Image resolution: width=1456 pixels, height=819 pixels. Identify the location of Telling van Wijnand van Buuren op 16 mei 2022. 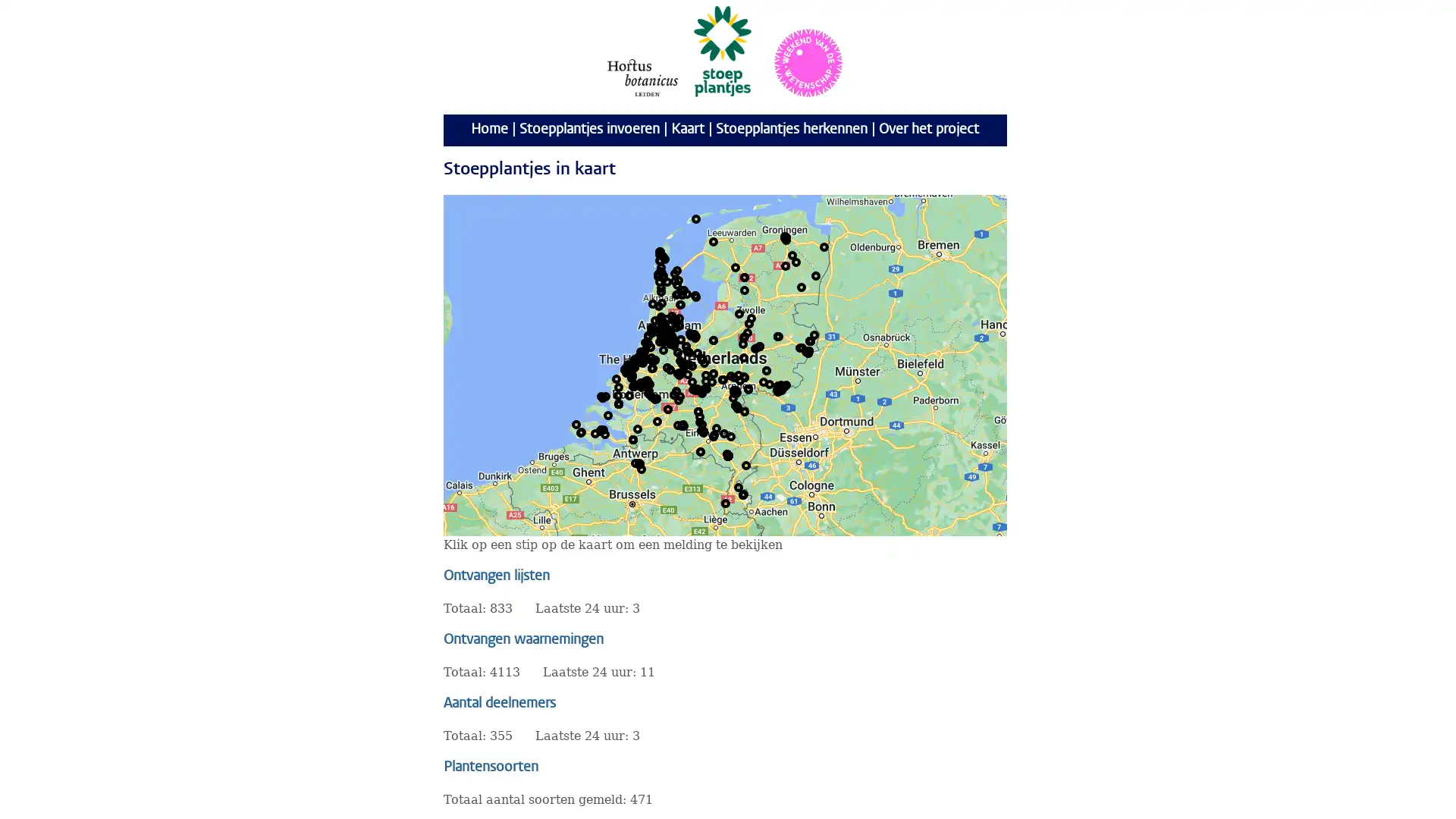
(712, 373).